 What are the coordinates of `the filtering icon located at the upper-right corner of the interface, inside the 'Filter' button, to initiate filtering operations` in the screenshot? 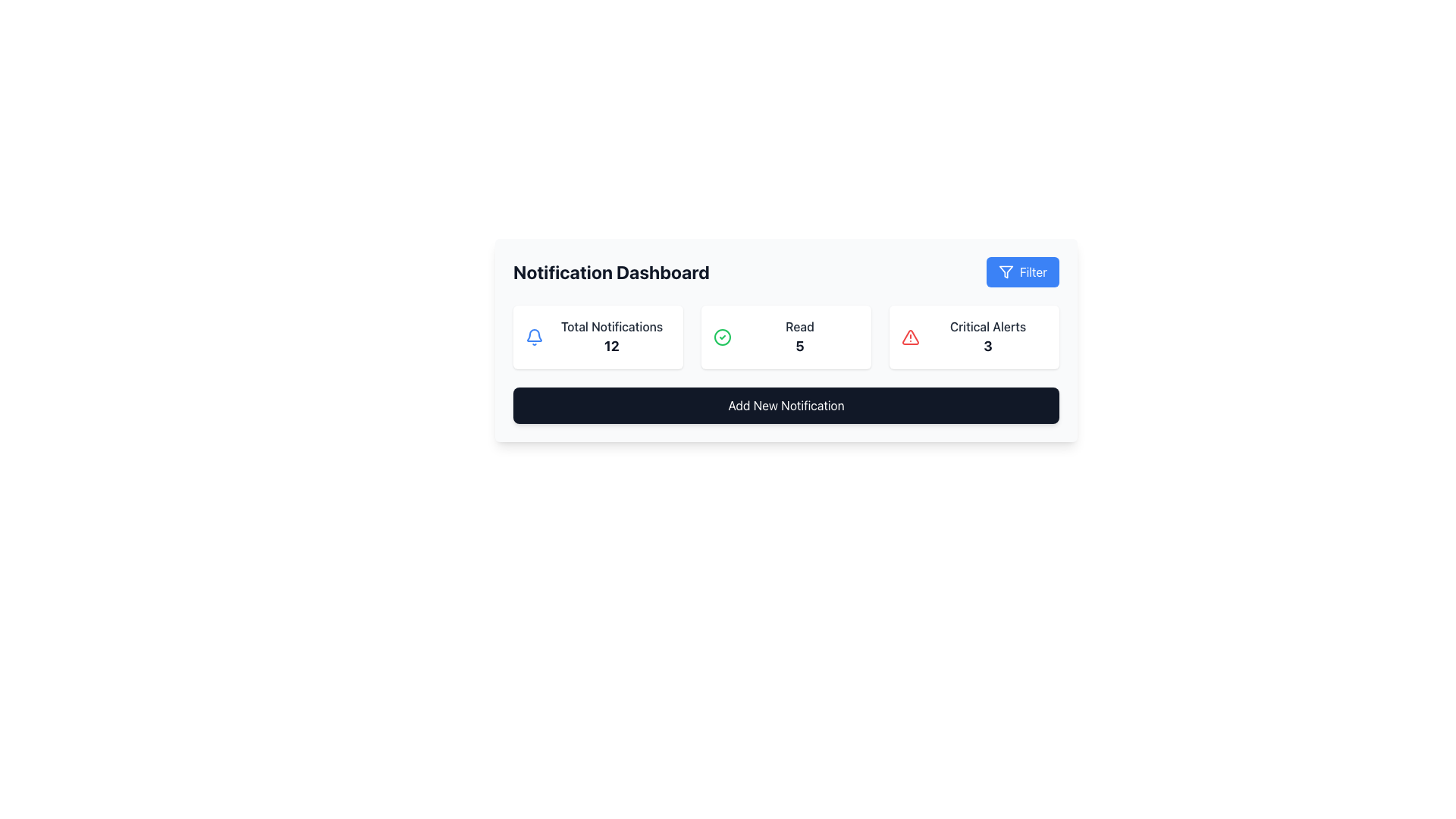 It's located at (1005, 271).